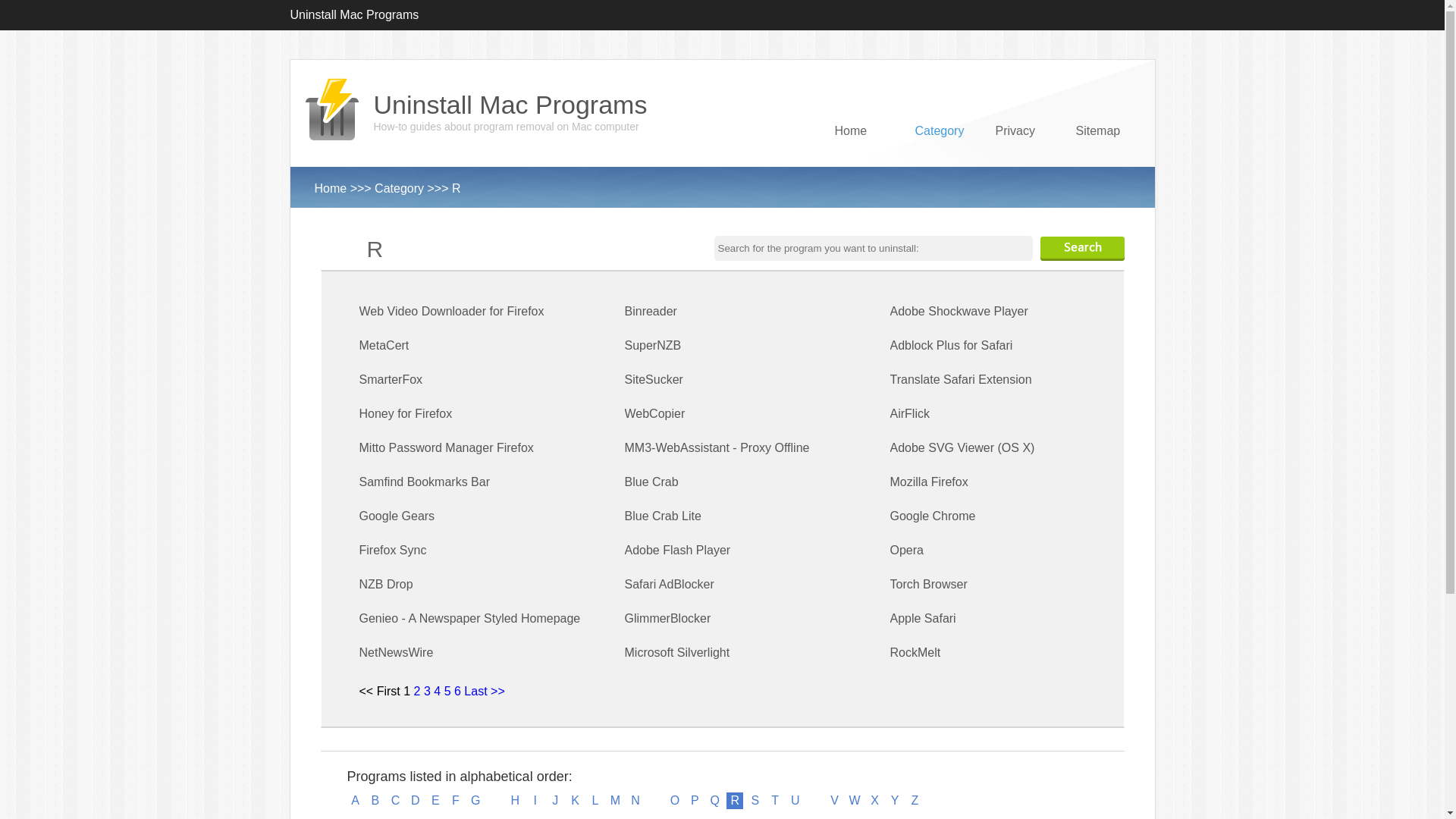 This screenshot has width=1456, height=819. I want to click on 'A', so click(355, 800).